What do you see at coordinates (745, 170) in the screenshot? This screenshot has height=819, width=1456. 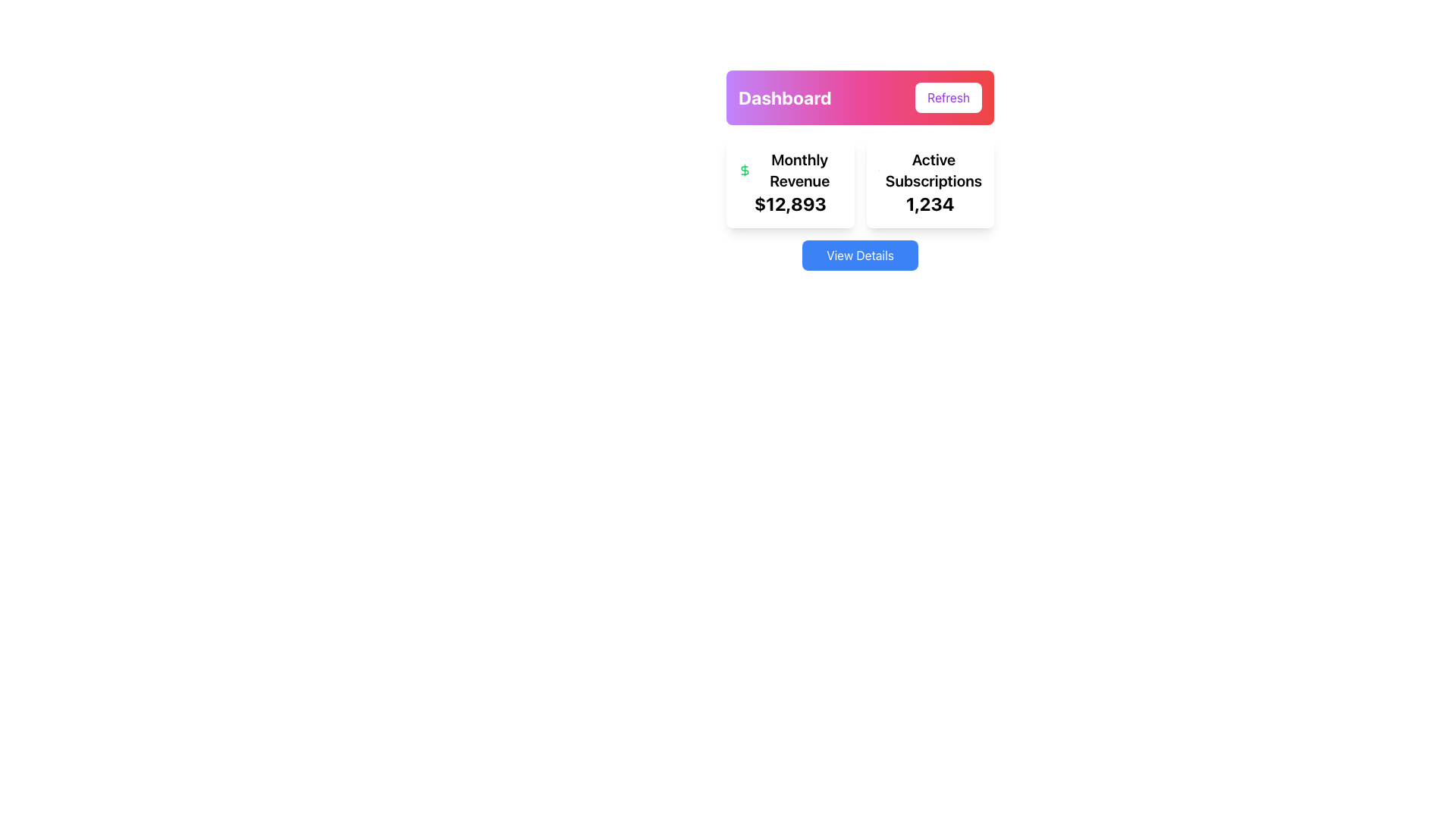 I see `the monetary icon representing revenue information, which is positioned to the left of the 'Monthly Revenue' text and above the numerical value` at bounding box center [745, 170].